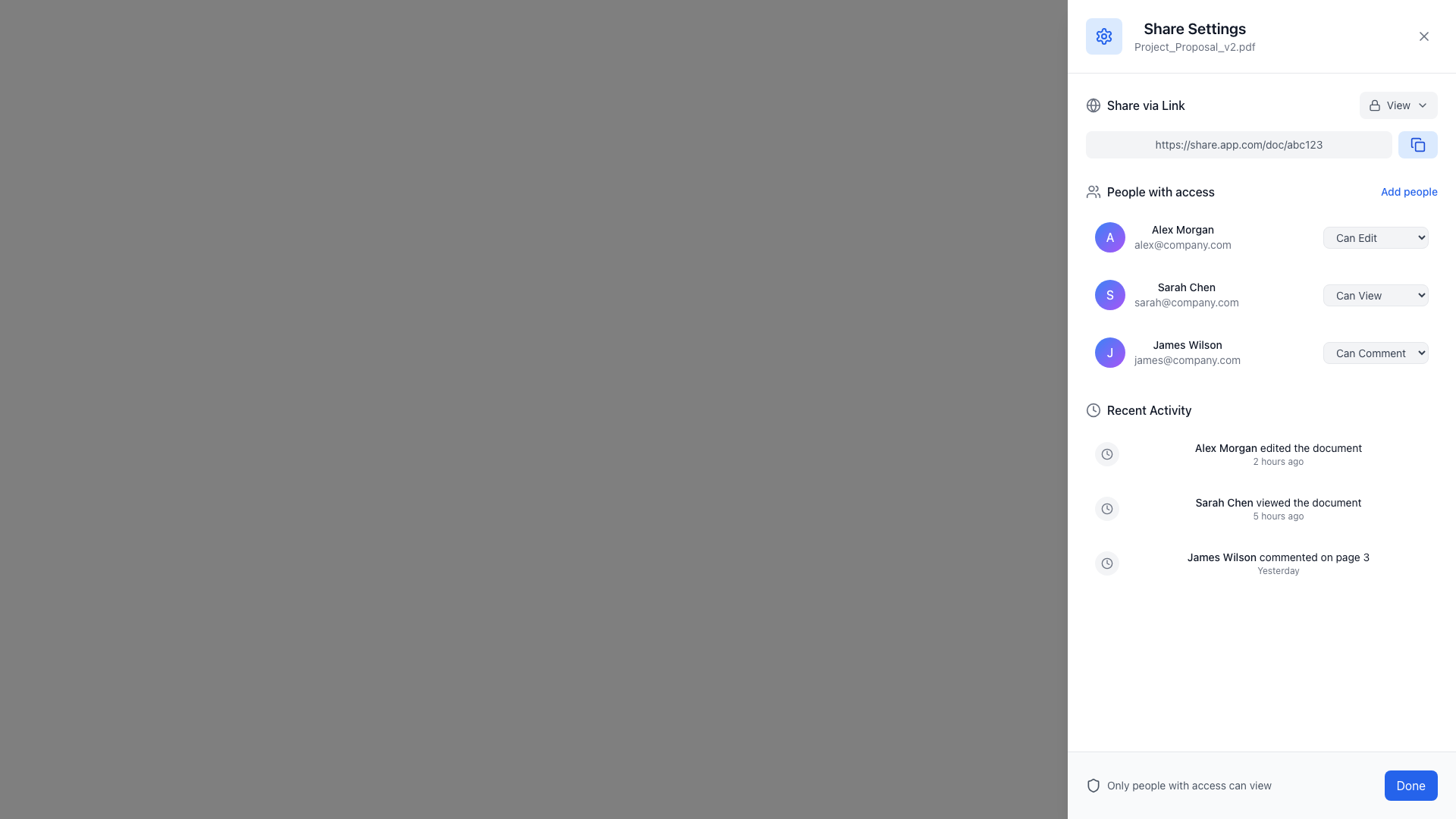 Image resolution: width=1456 pixels, height=819 pixels. What do you see at coordinates (1224, 502) in the screenshot?
I see `the text label that displays 'Sarah Chen' in bold within the Recent Activity section of the activity log` at bounding box center [1224, 502].